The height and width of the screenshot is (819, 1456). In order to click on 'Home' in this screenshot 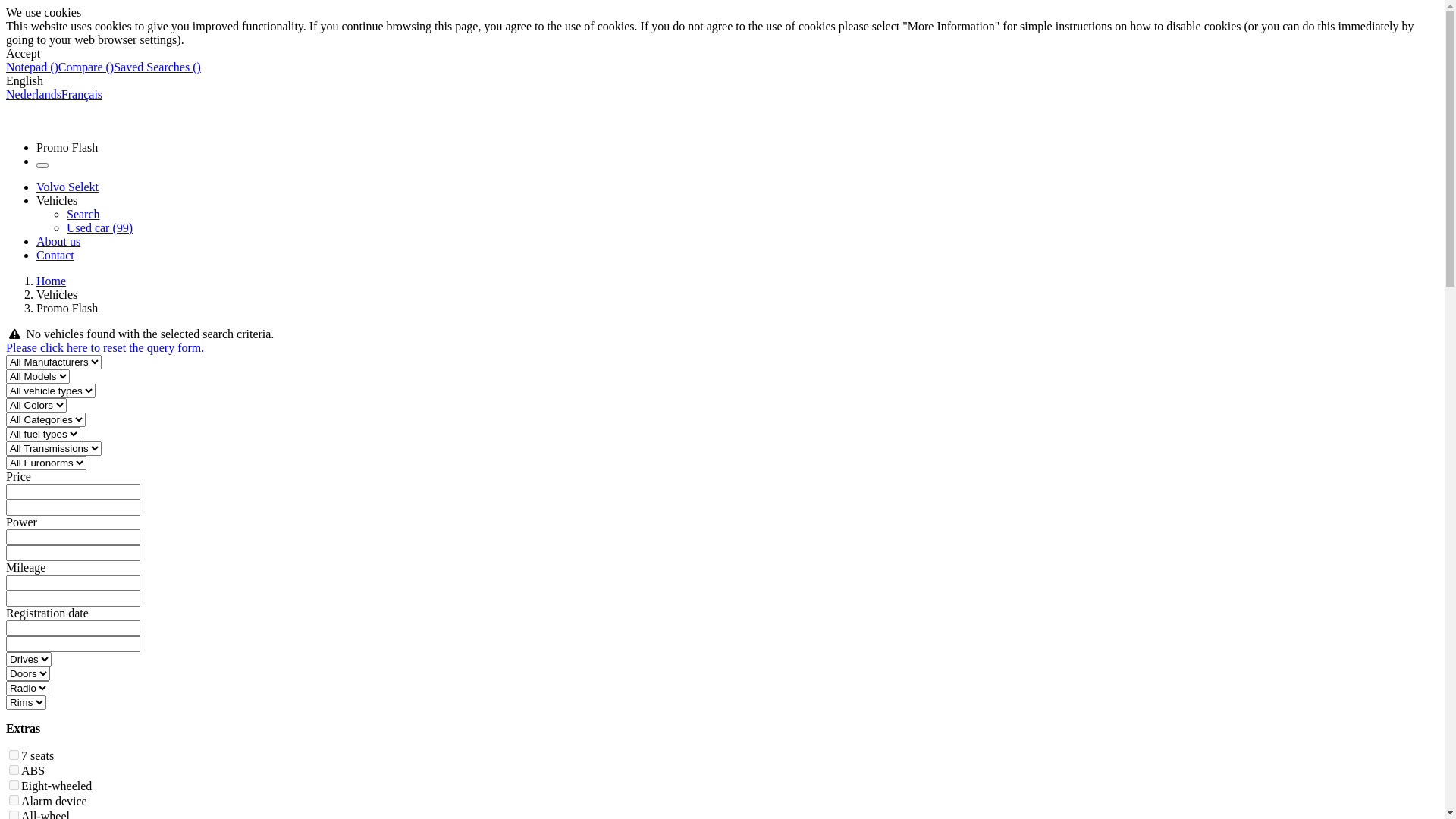, I will do `click(51, 281)`.